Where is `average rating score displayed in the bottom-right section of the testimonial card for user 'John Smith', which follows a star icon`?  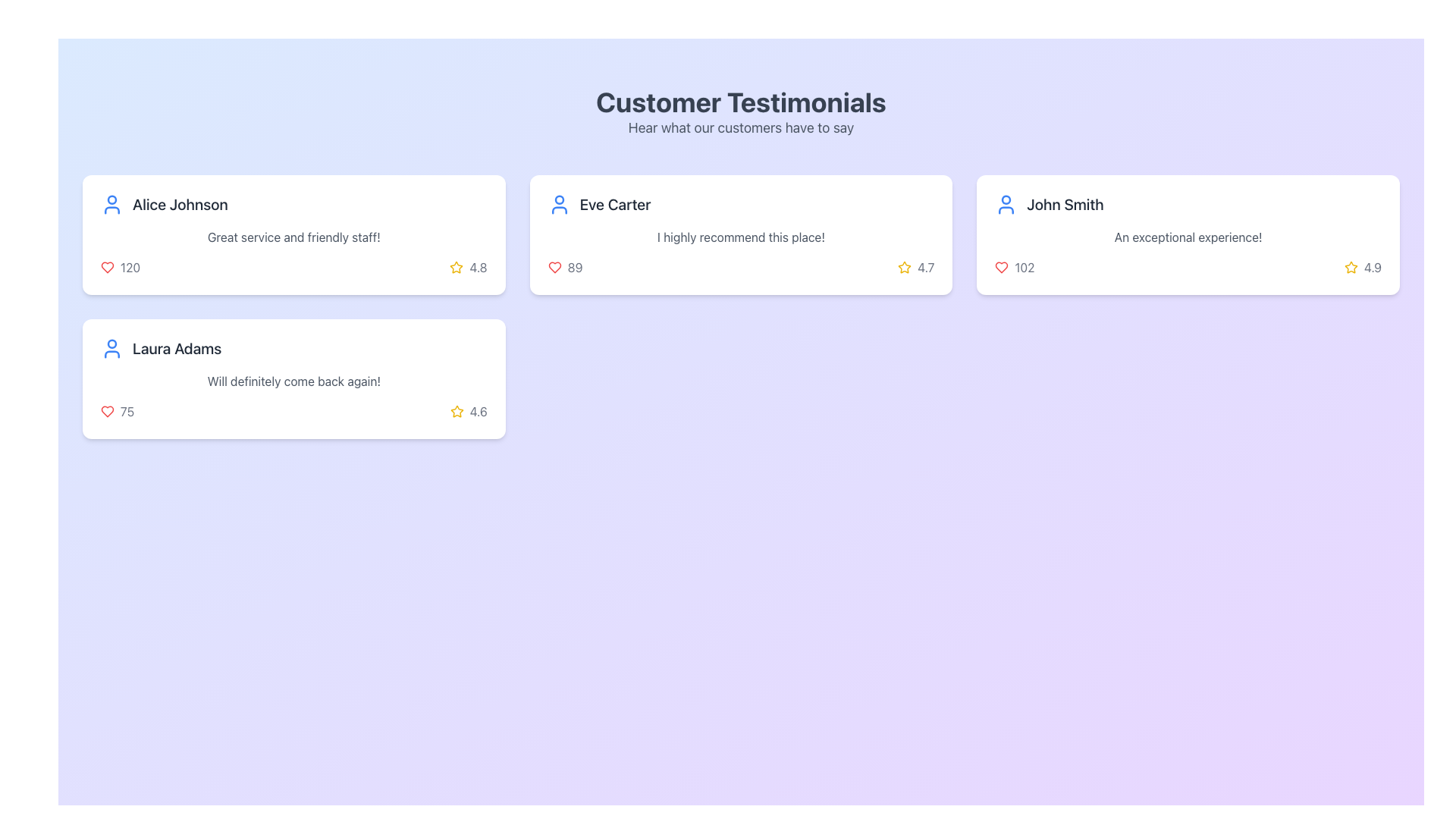
average rating score displayed in the bottom-right section of the testimonial card for user 'John Smith', which follows a star icon is located at coordinates (1373, 267).